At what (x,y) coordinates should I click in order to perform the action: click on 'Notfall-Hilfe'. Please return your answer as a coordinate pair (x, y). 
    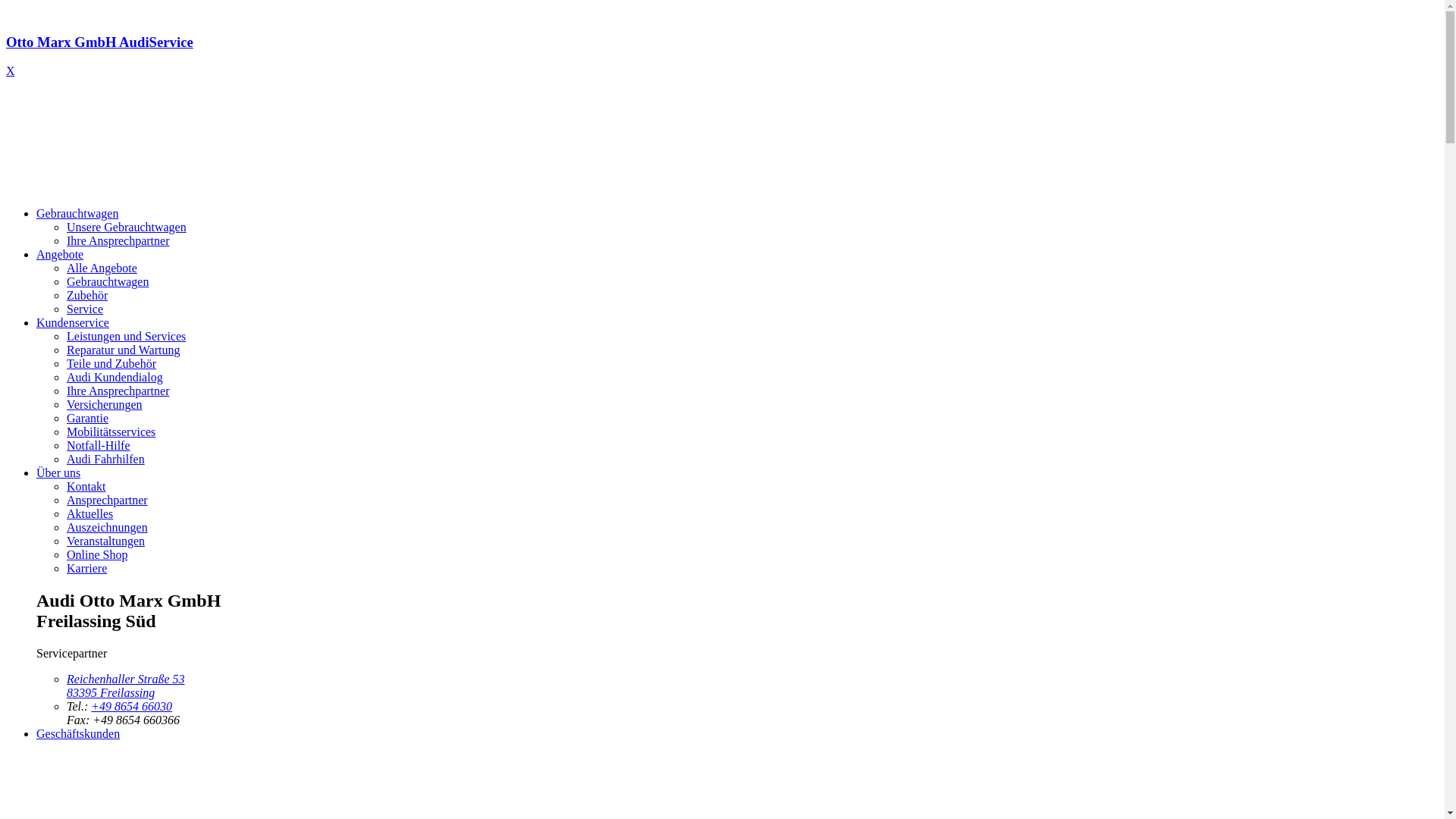
    Looking at the image, I should click on (97, 444).